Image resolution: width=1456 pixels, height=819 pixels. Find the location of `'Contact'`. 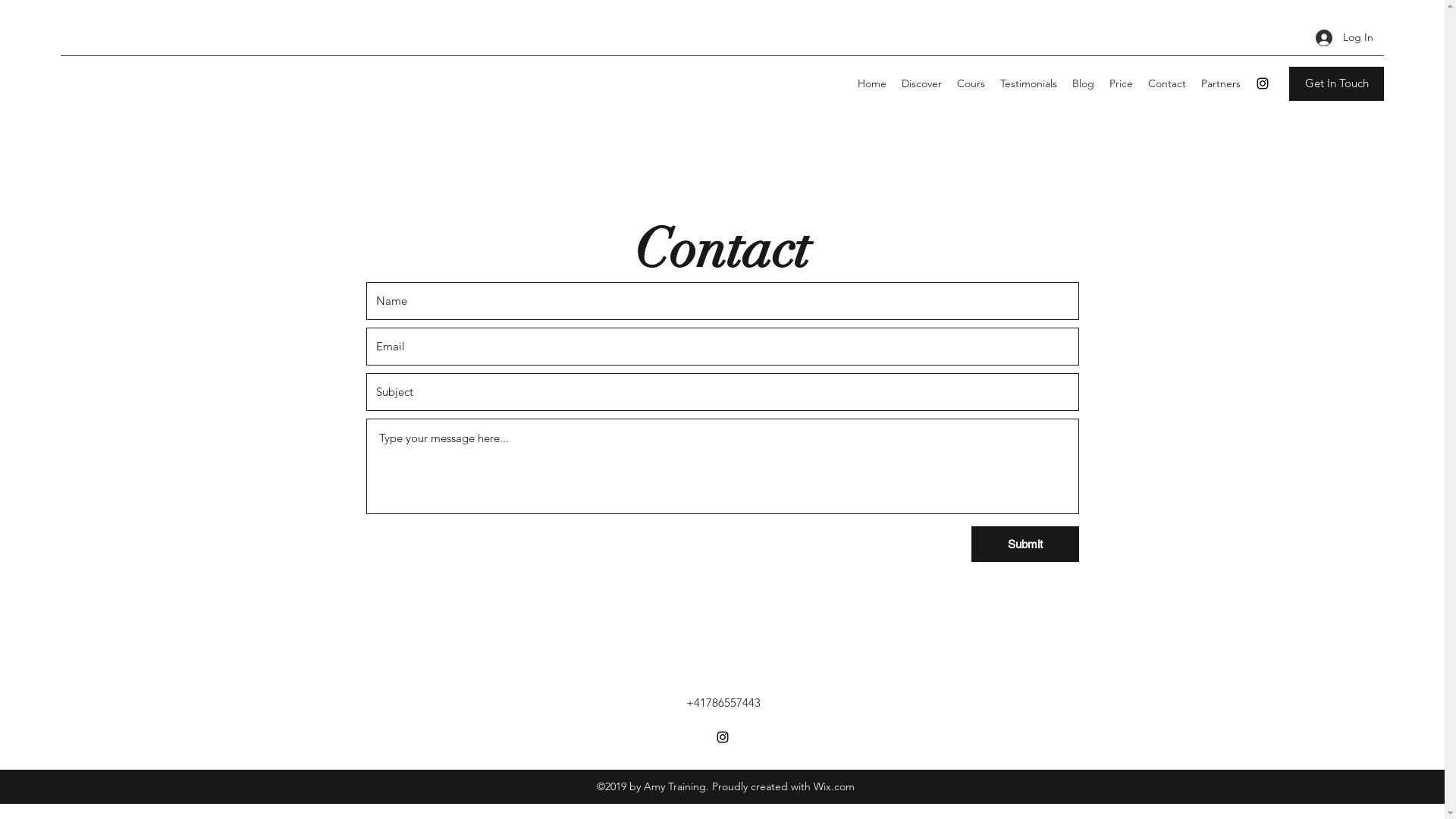

'Contact' is located at coordinates (1166, 83).